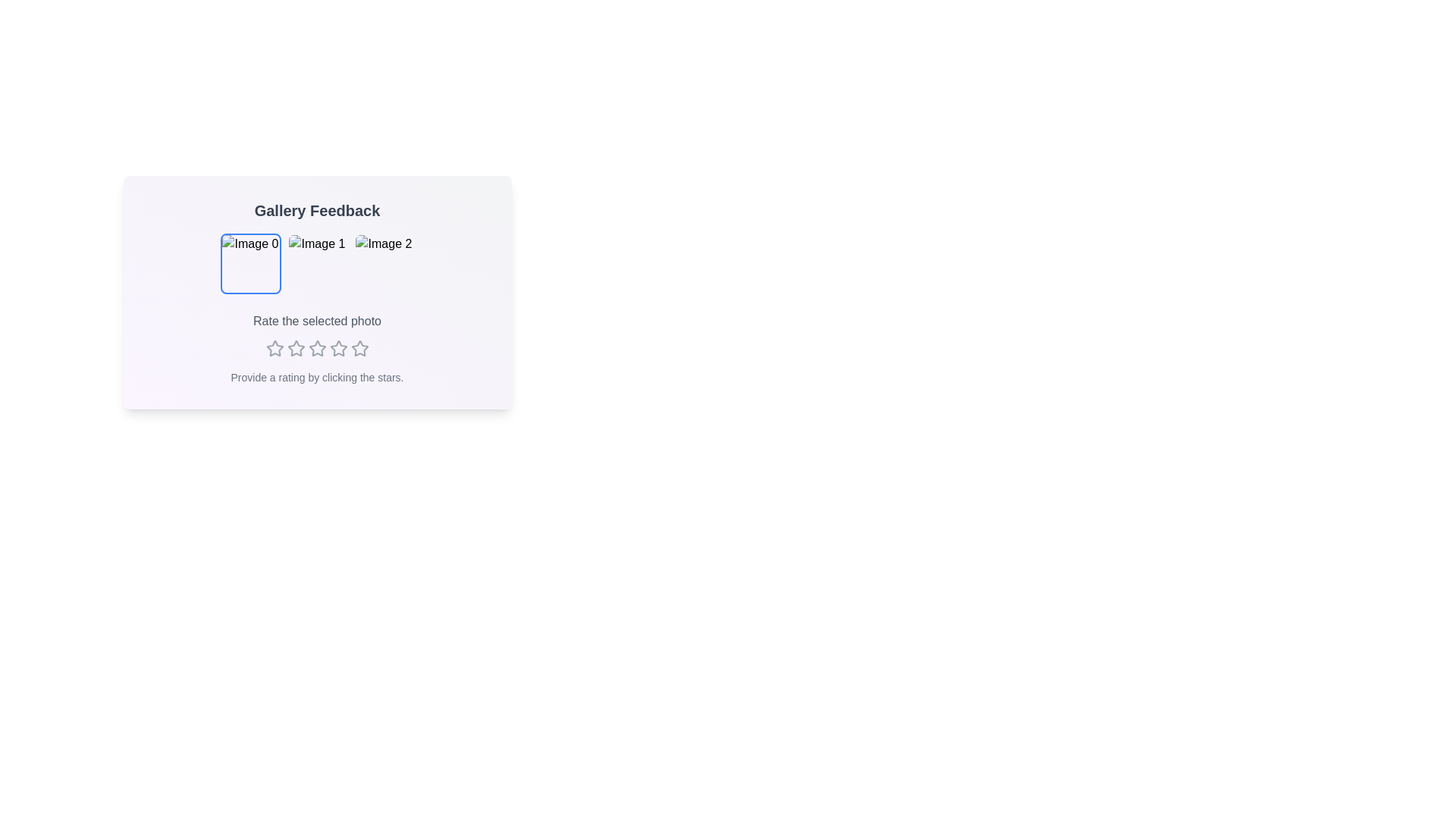 The width and height of the screenshot is (1456, 819). I want to click on the third star icon in the rating selector for the photo, so click(337, 348).